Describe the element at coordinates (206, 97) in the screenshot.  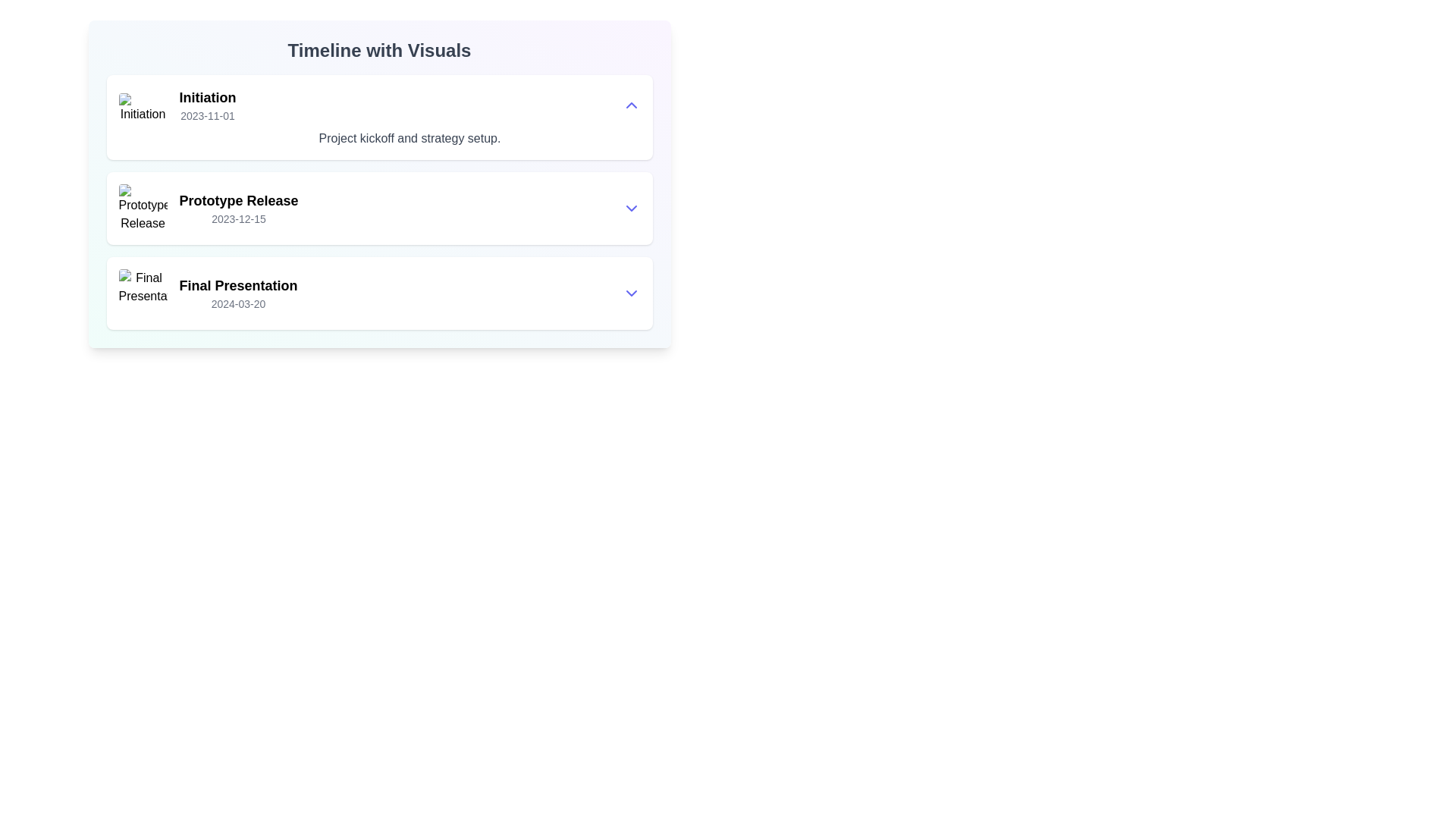
I see `the Text label element that reads 'Initiation', which is styled in a large, bold font and is located near the top left section of the interface, above the date '2023-11-01'` at that location.